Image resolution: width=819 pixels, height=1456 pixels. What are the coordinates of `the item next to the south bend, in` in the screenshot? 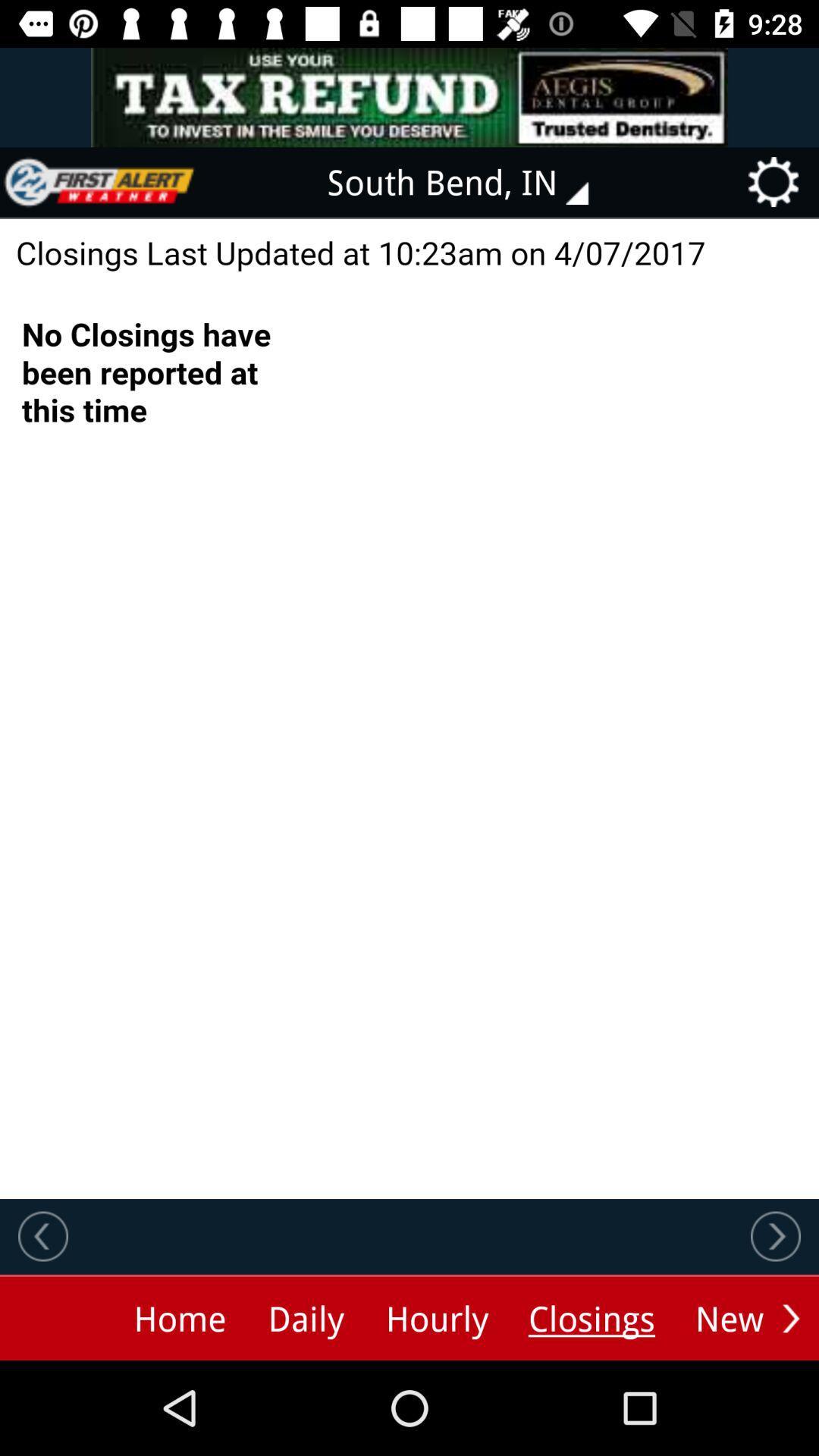 It's located at (99, 182).